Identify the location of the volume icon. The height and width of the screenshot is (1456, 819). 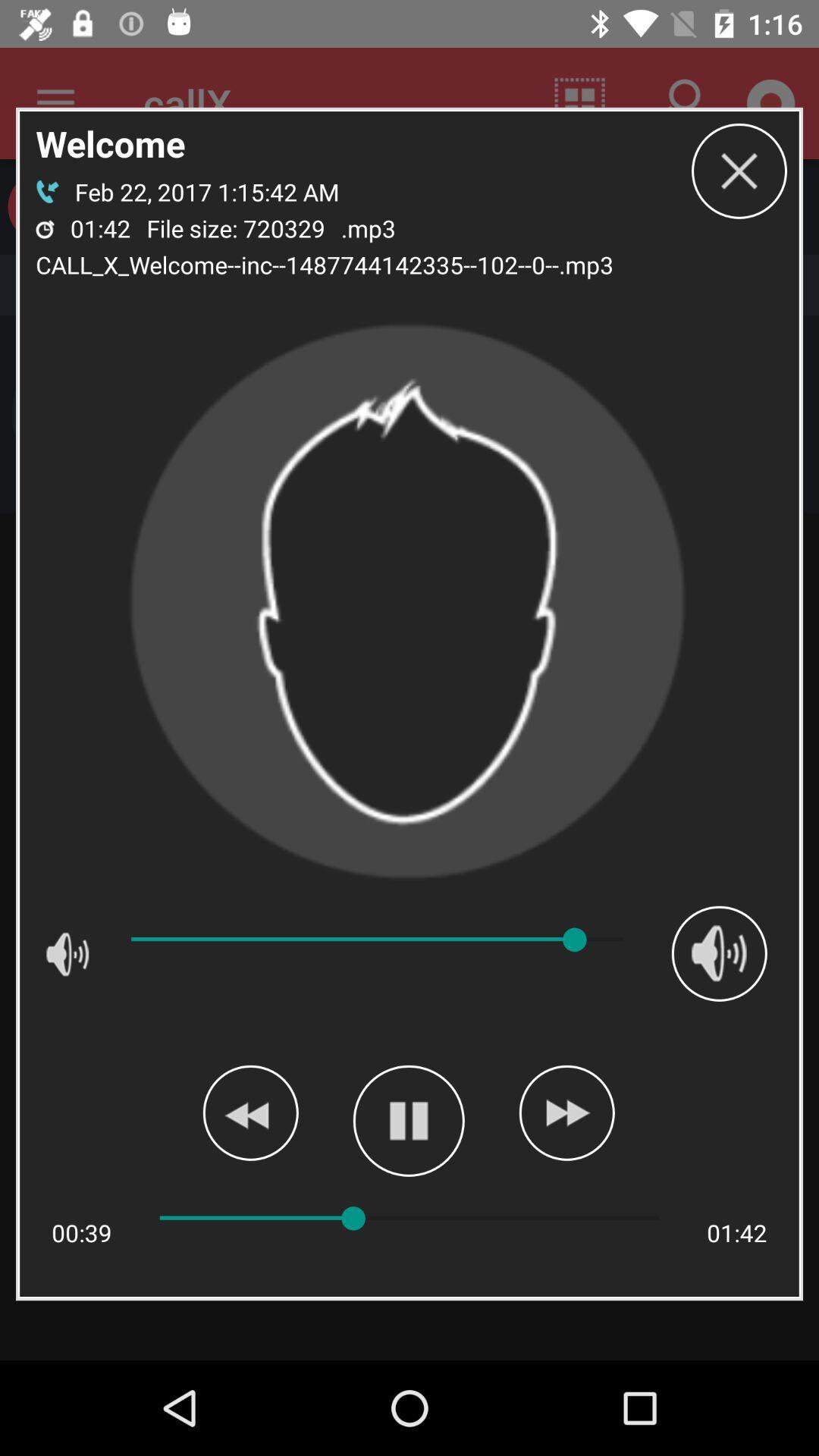
(718, 952).